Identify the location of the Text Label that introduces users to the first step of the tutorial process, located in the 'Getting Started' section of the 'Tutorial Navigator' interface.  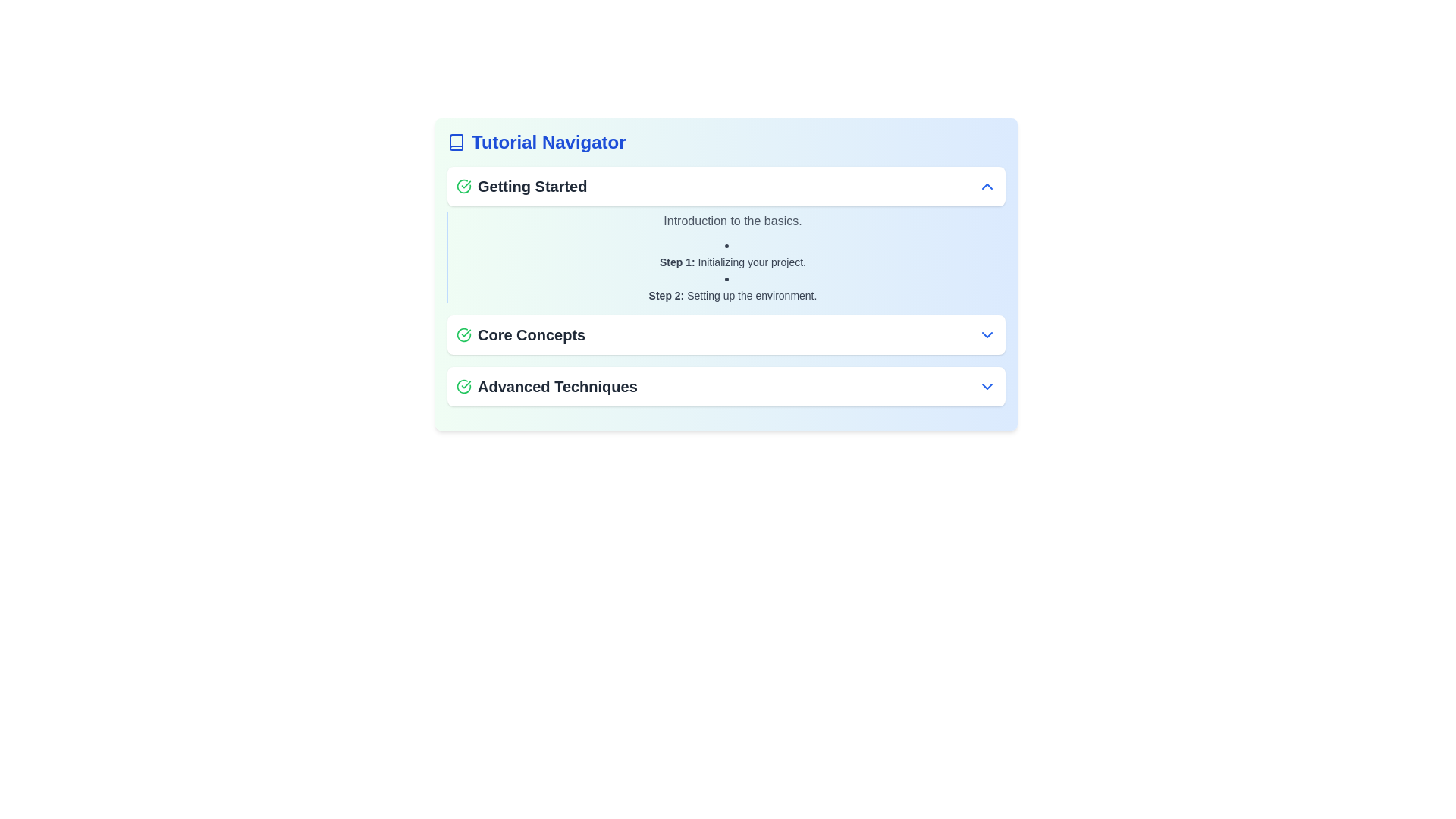
(733, 262).